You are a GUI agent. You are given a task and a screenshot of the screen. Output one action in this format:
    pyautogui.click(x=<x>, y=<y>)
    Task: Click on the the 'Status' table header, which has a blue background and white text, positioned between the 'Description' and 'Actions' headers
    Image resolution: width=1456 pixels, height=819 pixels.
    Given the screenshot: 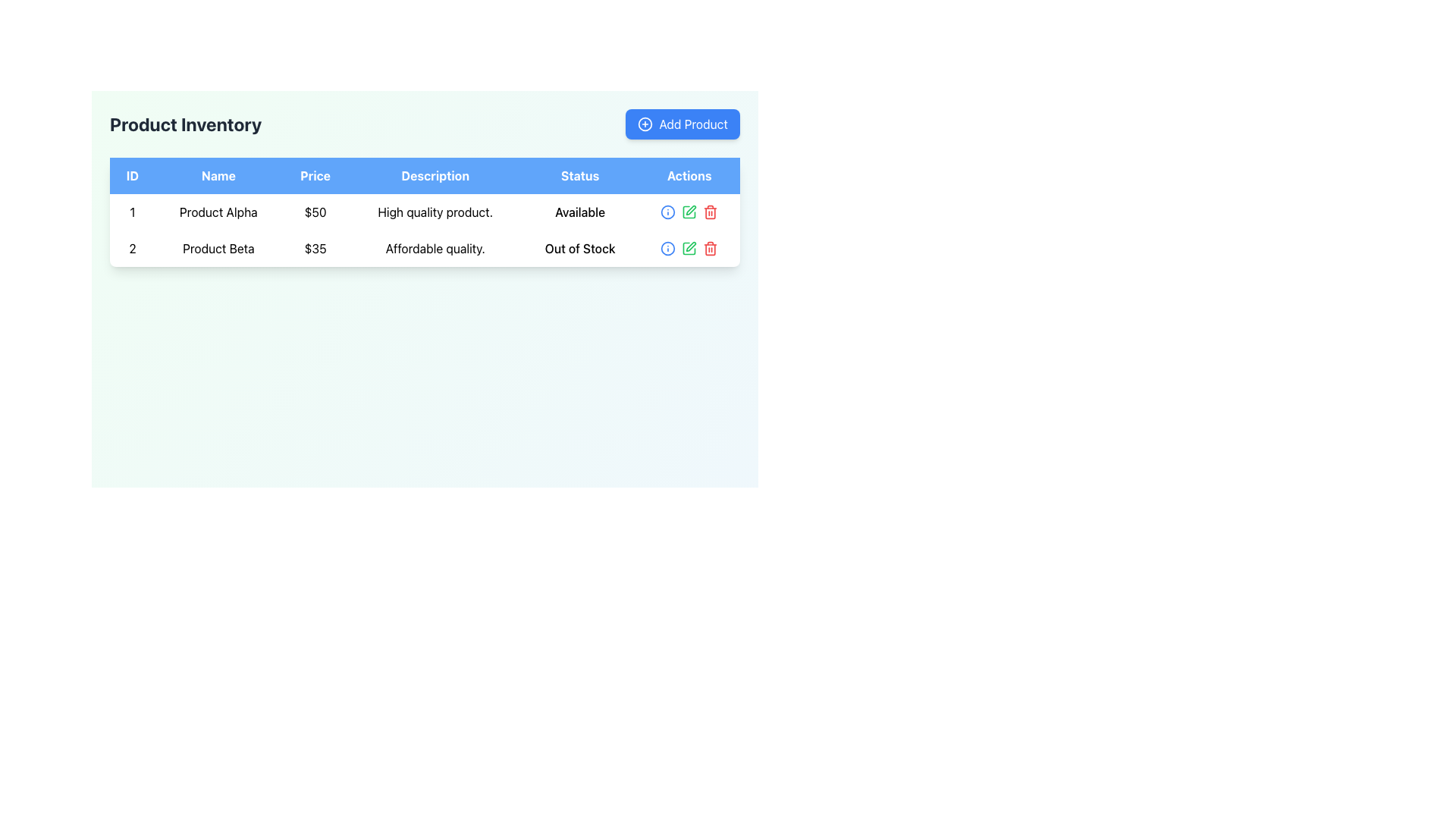 What is the action you would take?
    pyautogui.click(x=579, y=174)
    